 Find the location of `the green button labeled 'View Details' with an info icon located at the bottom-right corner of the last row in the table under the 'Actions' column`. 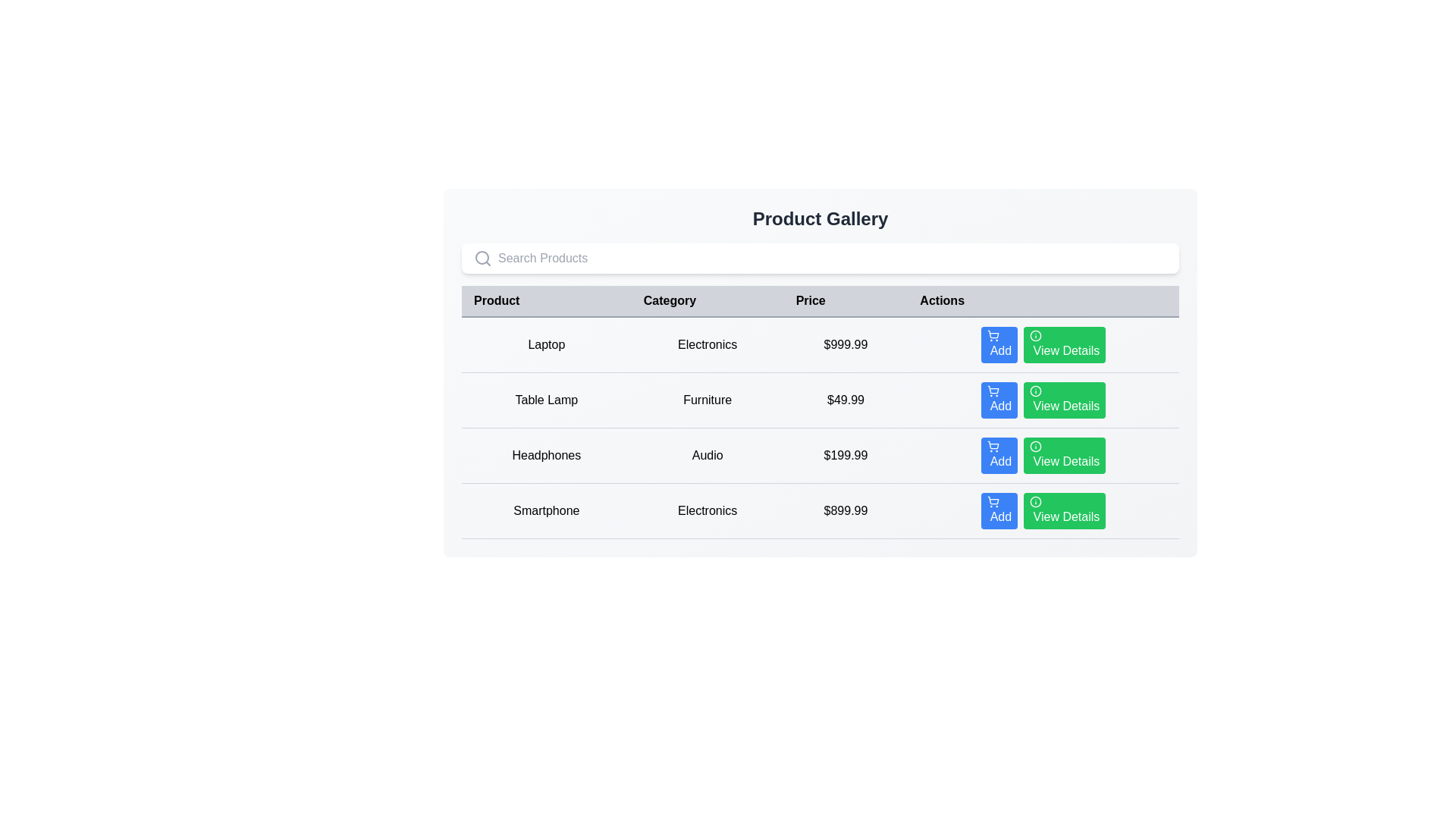

the green button labeled 'View Details' with an info icon located at the bottom-right corner of the last row in the table under the 'Actions' column is located at coordinates (1064, 511).